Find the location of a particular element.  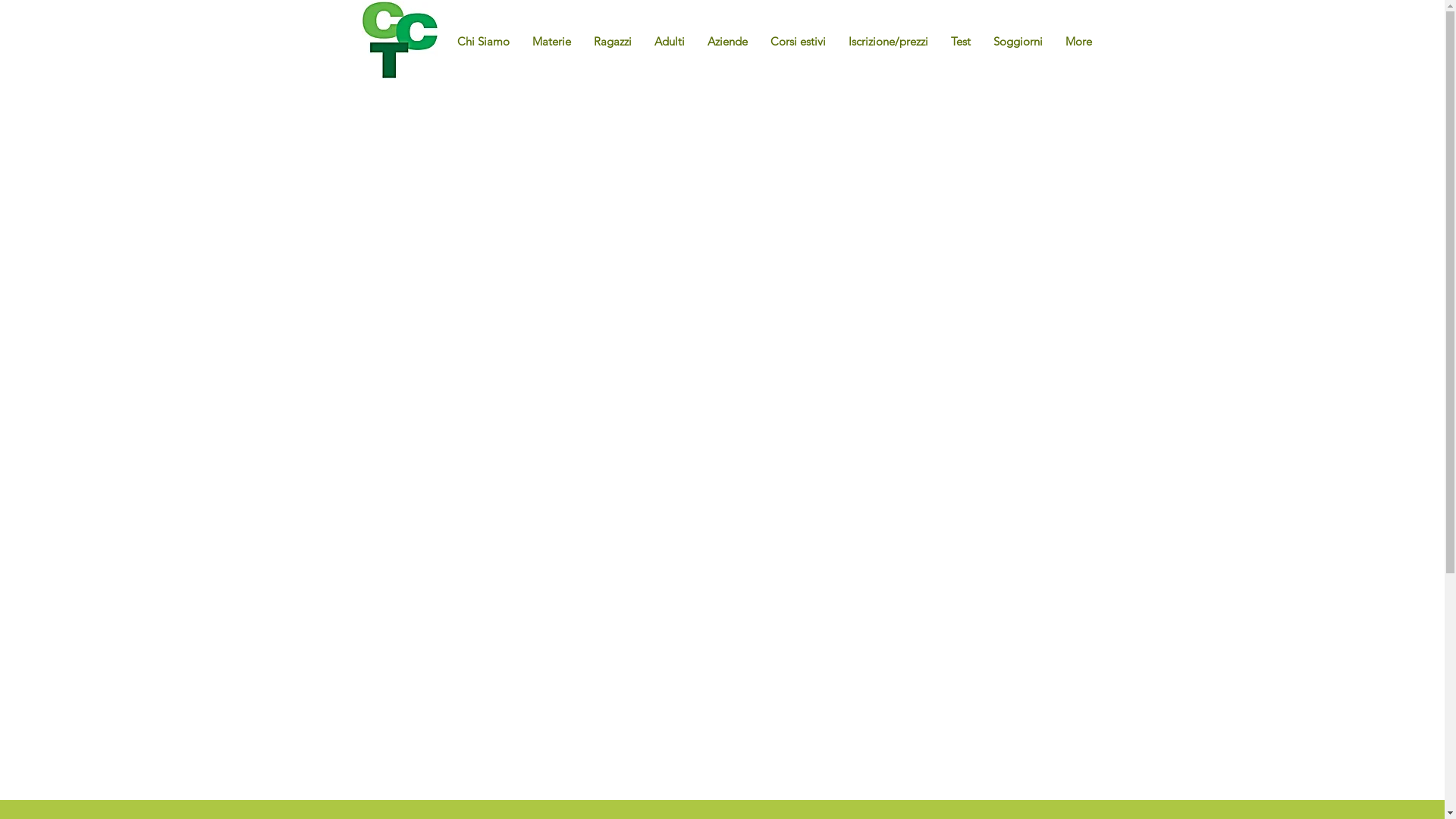

'Iscrizione/prezzi' is located at coordinates (836, 40).